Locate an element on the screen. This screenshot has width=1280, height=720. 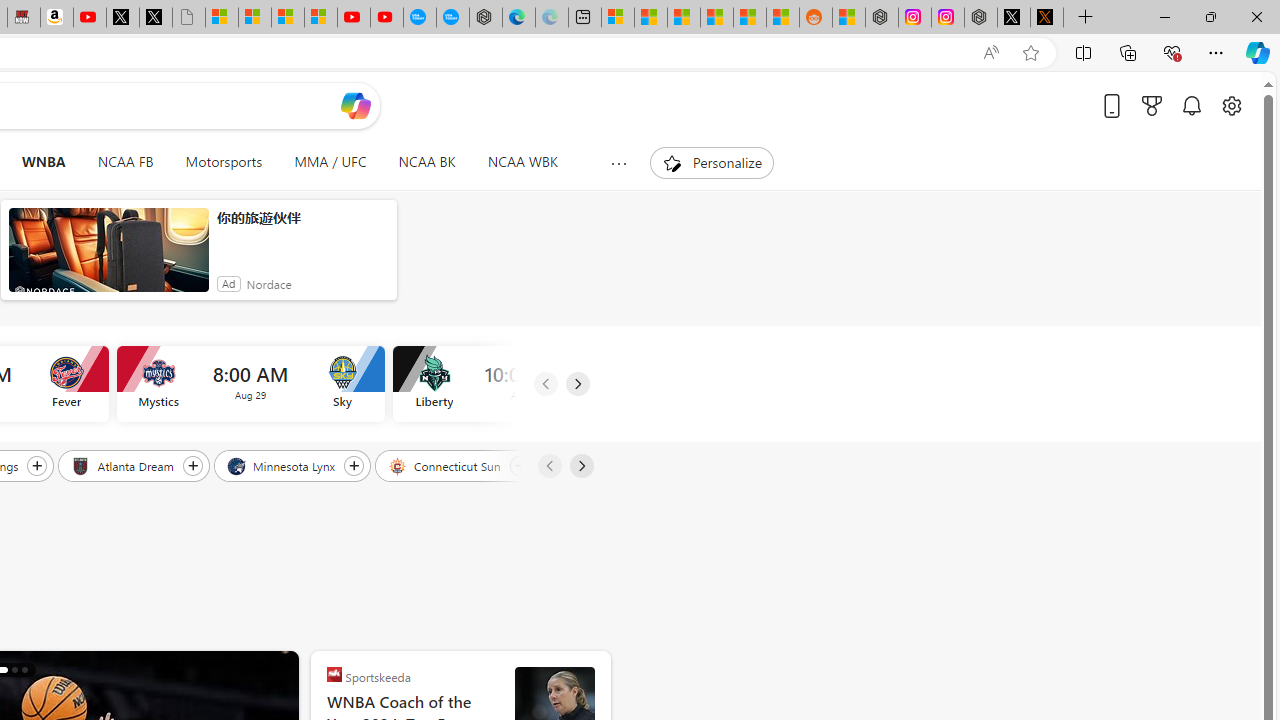
'Notifications' is located at coordinates (1192, 105).